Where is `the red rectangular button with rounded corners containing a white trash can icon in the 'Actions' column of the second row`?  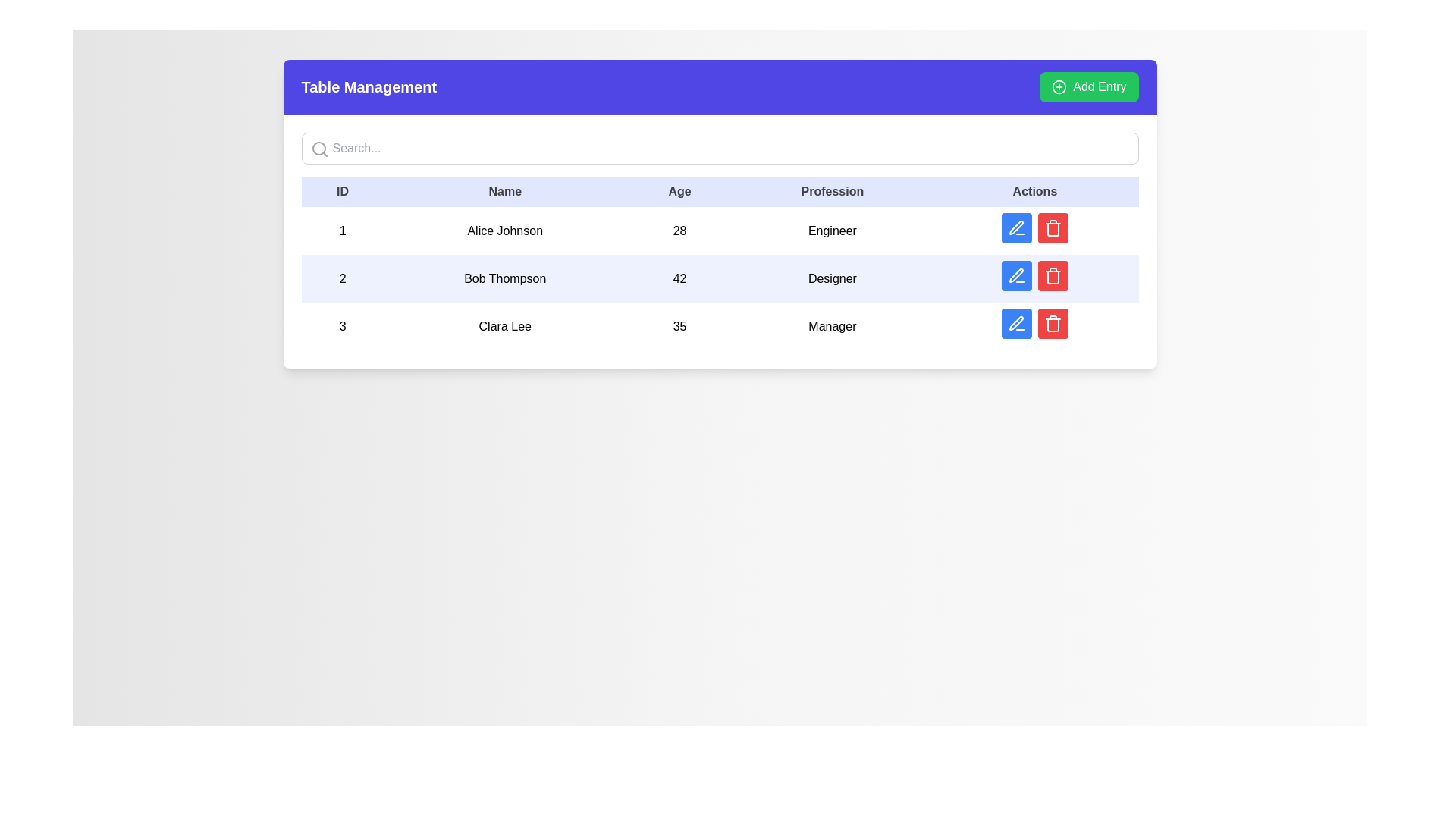
the red rectangular button with rounded corners containing a white trash can icon in the 'Actions' column of the second row is located at coordinates (1052, 227).